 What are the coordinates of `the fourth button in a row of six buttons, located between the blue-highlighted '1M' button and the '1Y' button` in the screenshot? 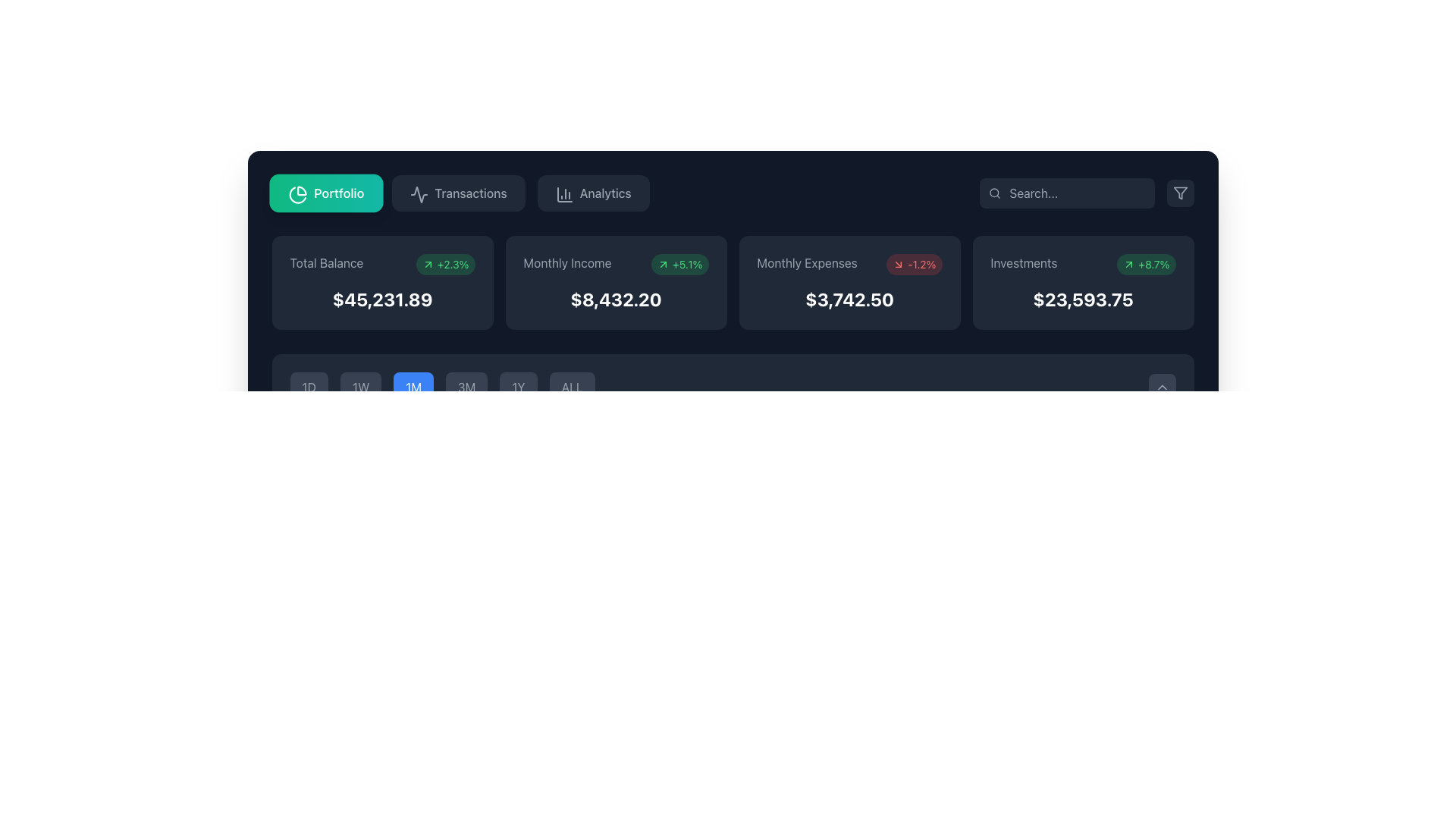 It's located at (466, 386).